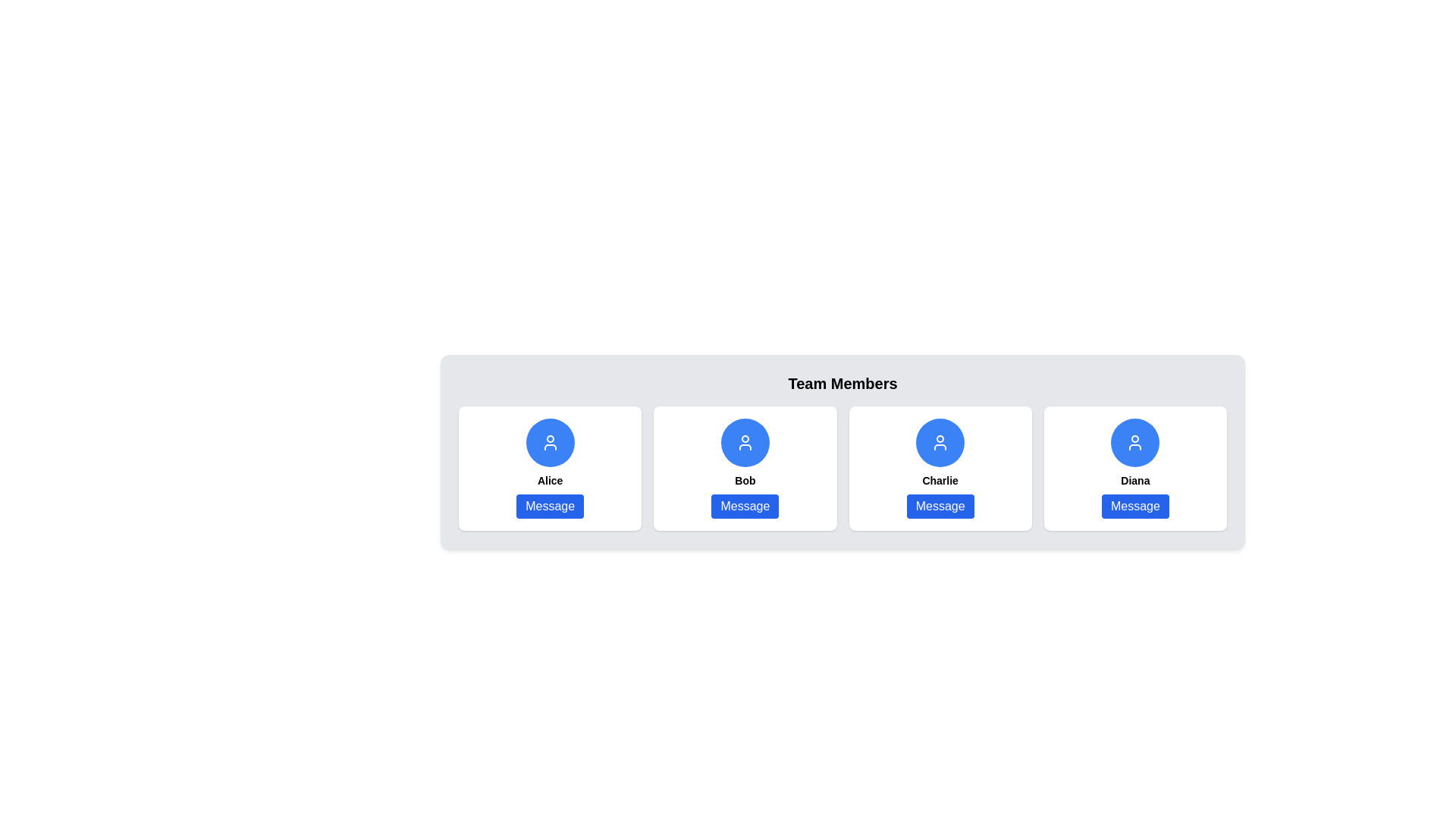 This screenshot has height=819, width=1456. What do you see at coordinates (745, 506) in the screenshot?
I see `the 'Message' button with a blue background and white text, positioned below the label 'Bob' in the second card of a grid layout to observe its hover effect` at bounding box center [745, 506].